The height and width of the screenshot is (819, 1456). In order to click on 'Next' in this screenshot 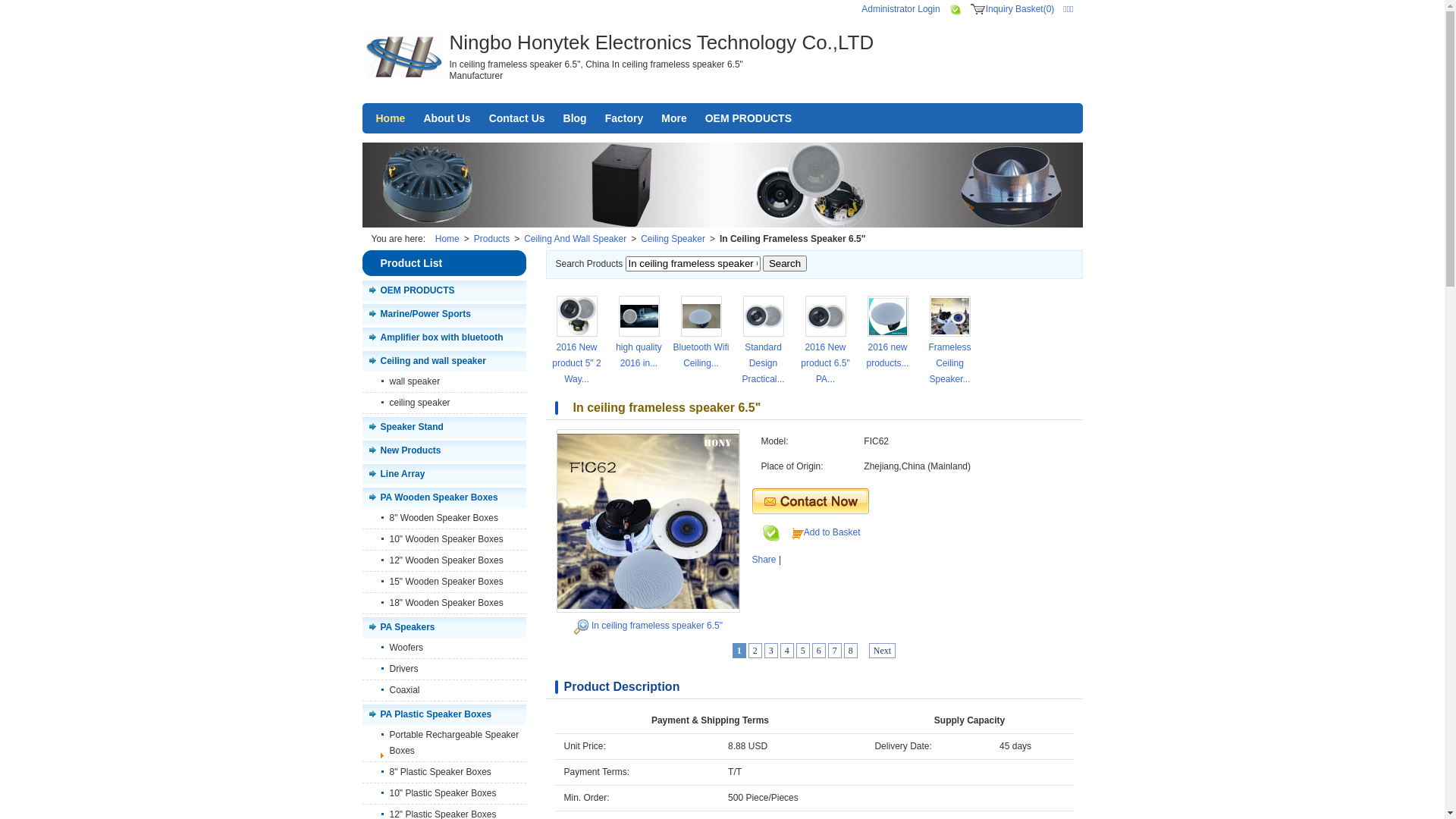, I will do `click(882, 649)`.